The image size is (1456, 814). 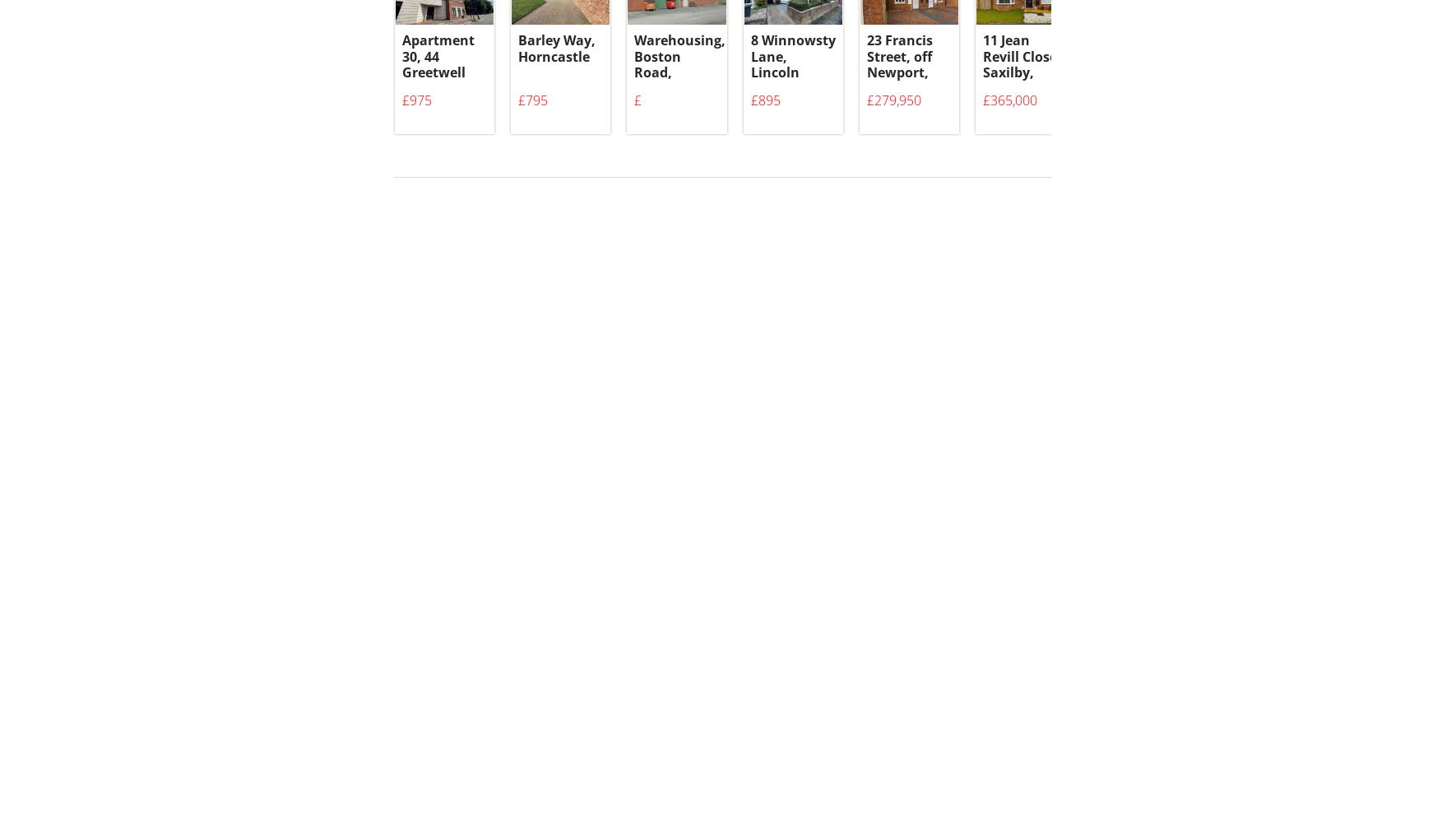 What do you see at coordinates (416, 109) in the screenshot?
I see `'£975'` at bounding box center [416, 109].